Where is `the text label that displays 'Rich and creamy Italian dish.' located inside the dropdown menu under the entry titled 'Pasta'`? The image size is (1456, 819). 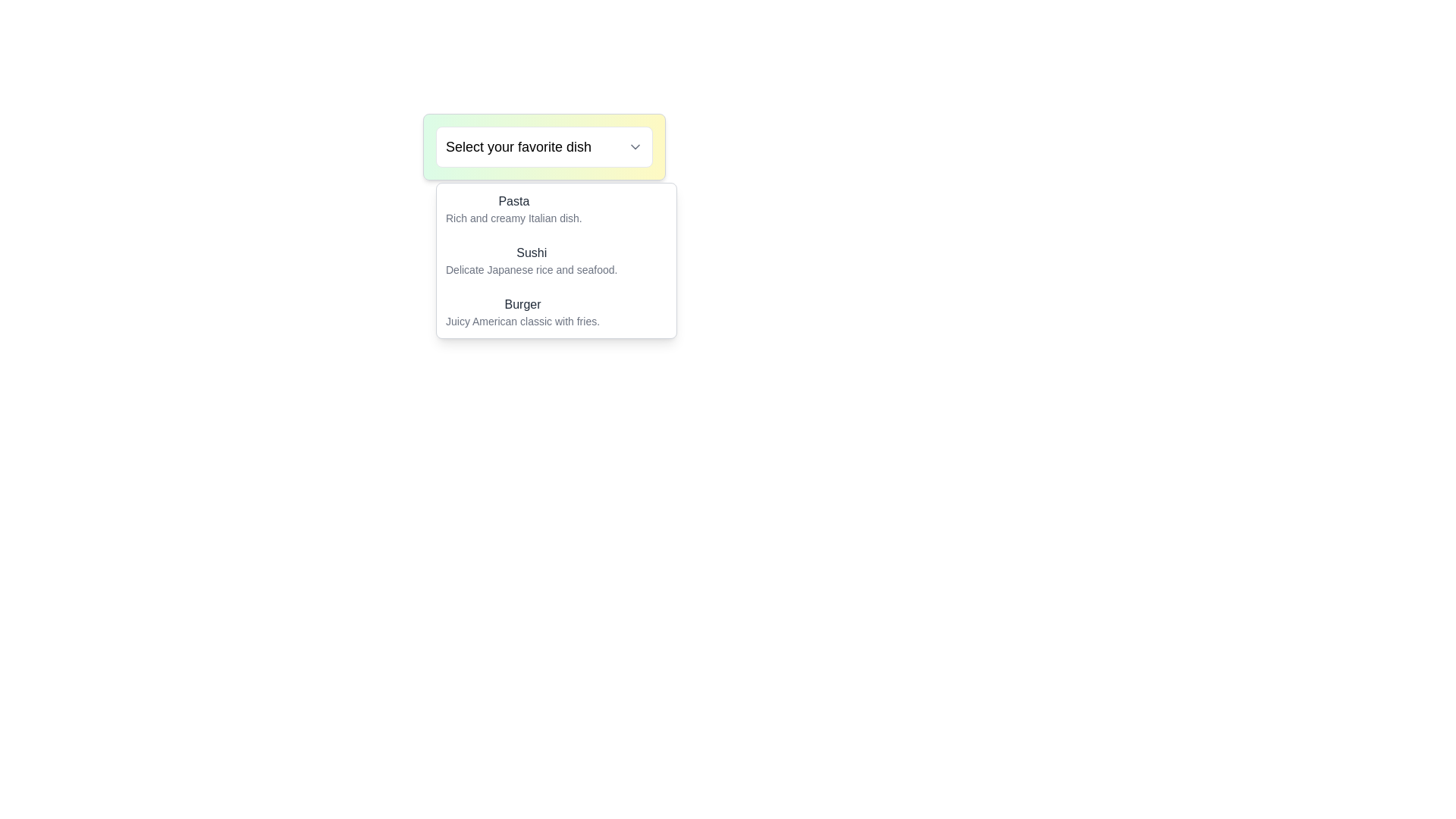
the text label that displays 'Rich and creamy Italian dish.' located inside the dropdown menu under the entry titled 'Pasta' is located at coordinates (513, 218).